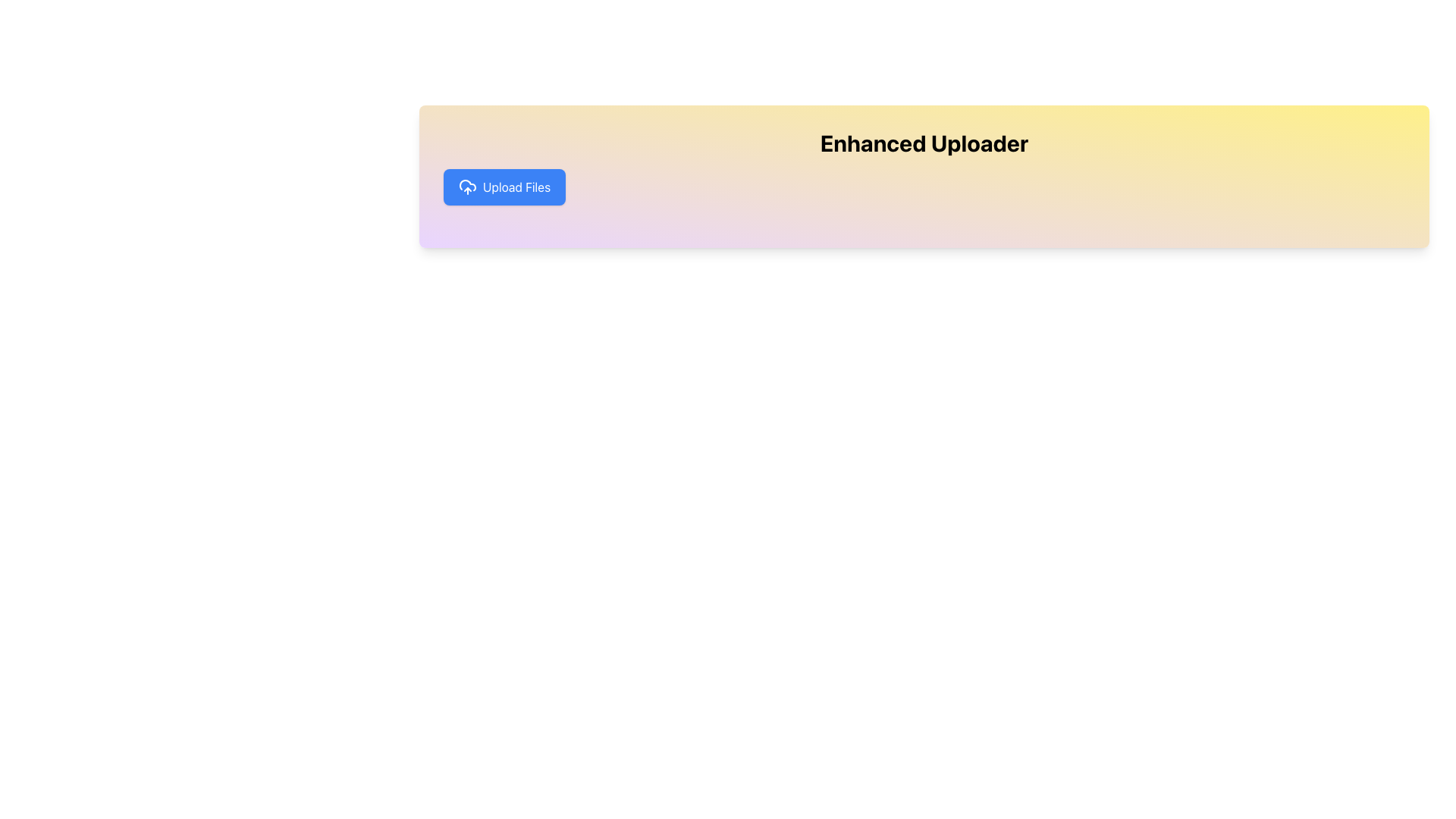 Image resolution: width=1456 pixels, height=819 pixels. I want to click on the file upload button located in the top-left corner of the upload interface, slightly below the 'Enhanced Uploader' text, so click(504, 186).